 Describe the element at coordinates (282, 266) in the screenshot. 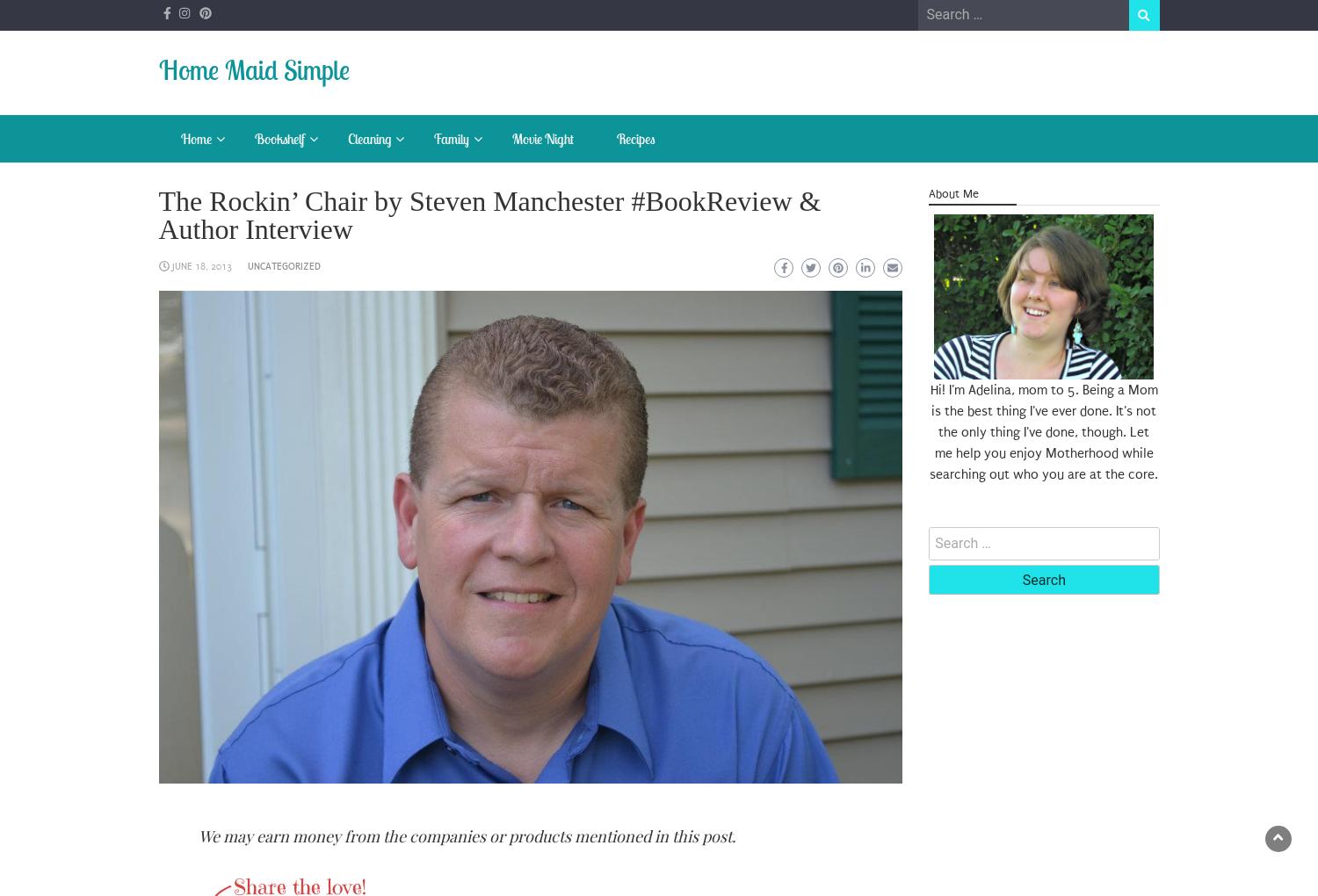

I see `'Uncategorized'` at that location.